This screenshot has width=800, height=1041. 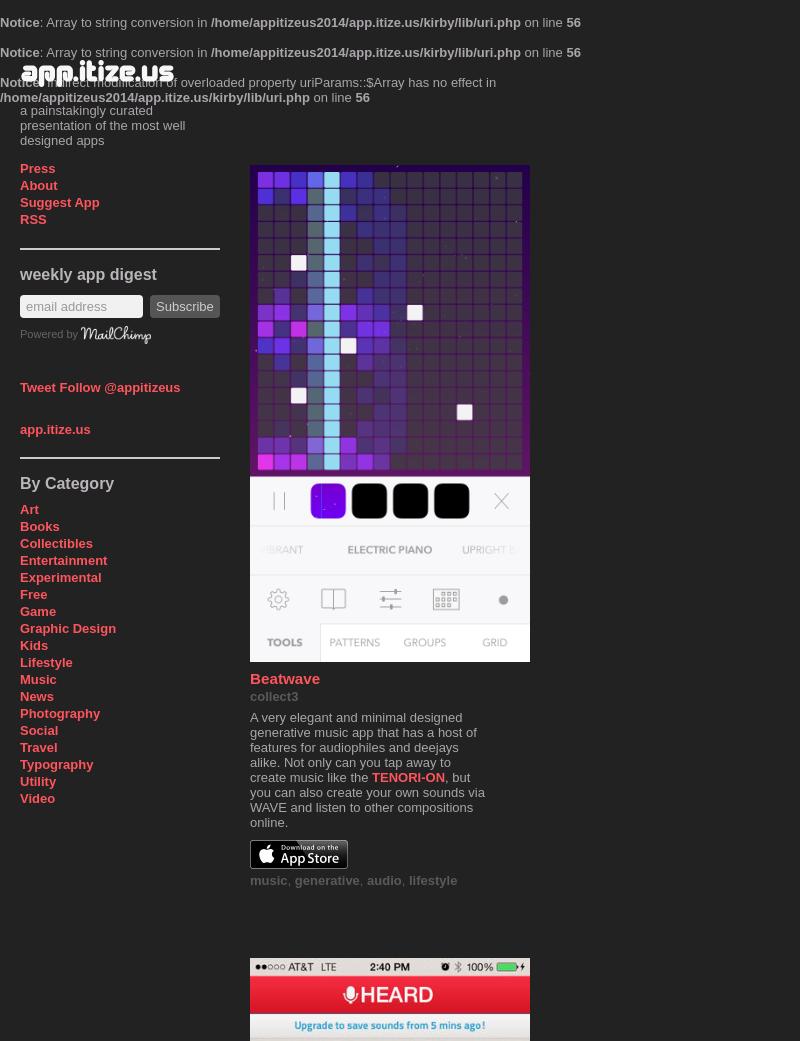 What do you see at coordinates (33, 643) in the screenshot?
I see `'Kids'` at bounding box center [33, 643].